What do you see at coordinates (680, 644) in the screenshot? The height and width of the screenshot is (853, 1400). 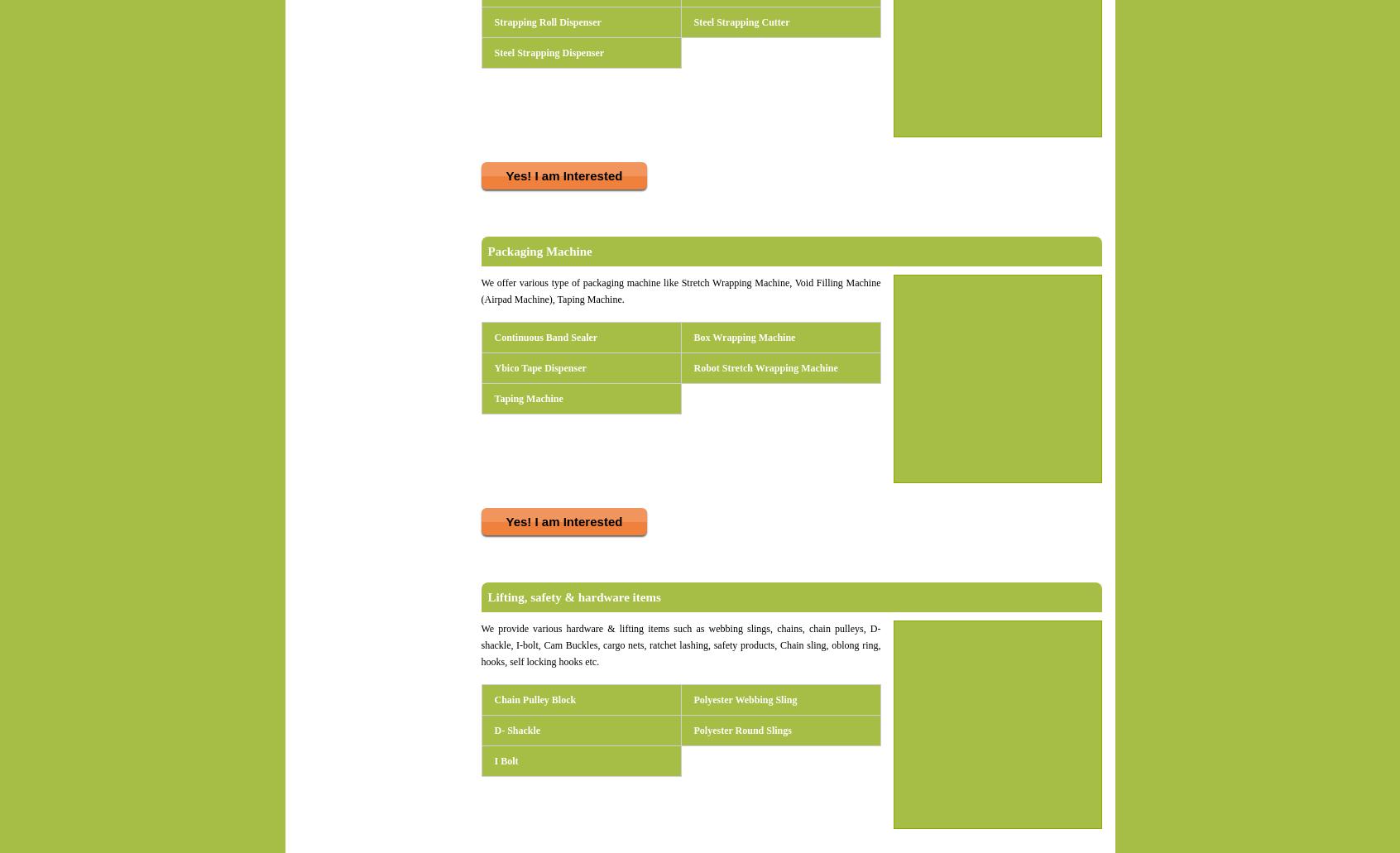 I see `'We provide various hardware & lifting items such as webbing slings, chains, chain pulleys, D-shackle, I-bolt, Cam Buckles, cargo nets, ratchet lashing, safety products, Chain sling, oblong ring, hooks, self locking hooks etc.'` at bounding box center [680, 644].